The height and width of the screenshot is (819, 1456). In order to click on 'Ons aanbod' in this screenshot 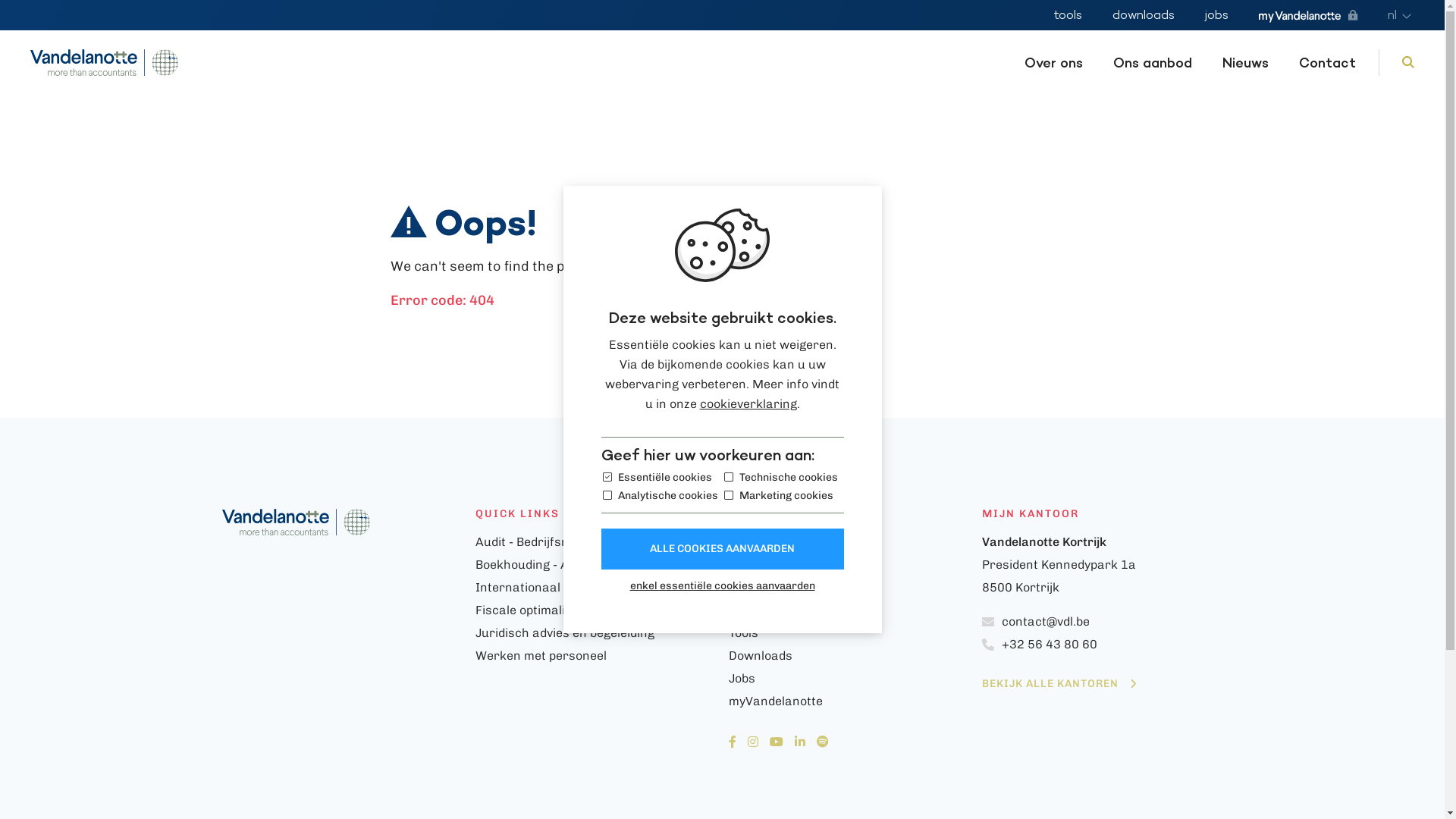, I will do `click(1153, 61)`.